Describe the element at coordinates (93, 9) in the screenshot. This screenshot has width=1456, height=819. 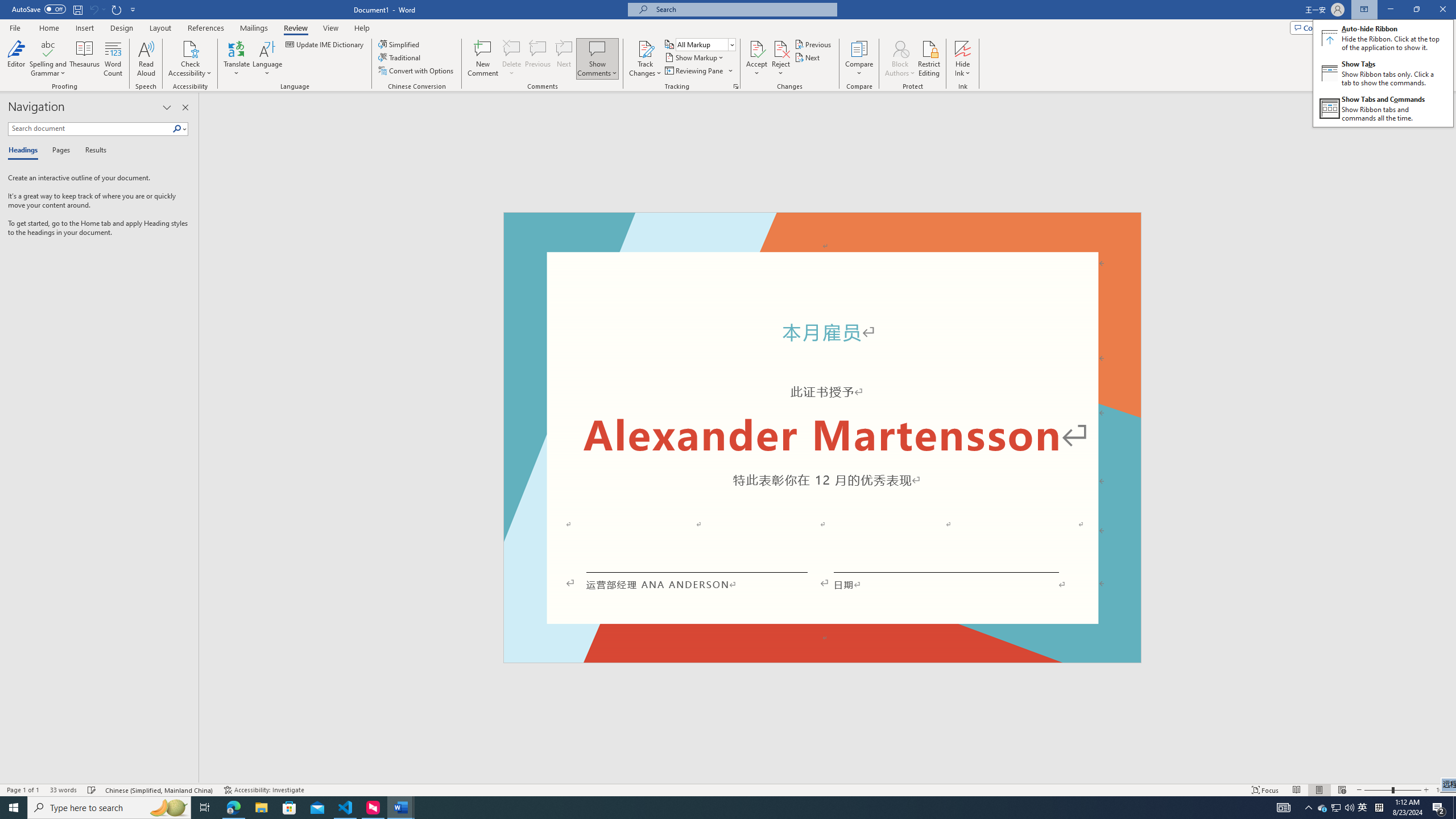
I see `'Can'` at that location.